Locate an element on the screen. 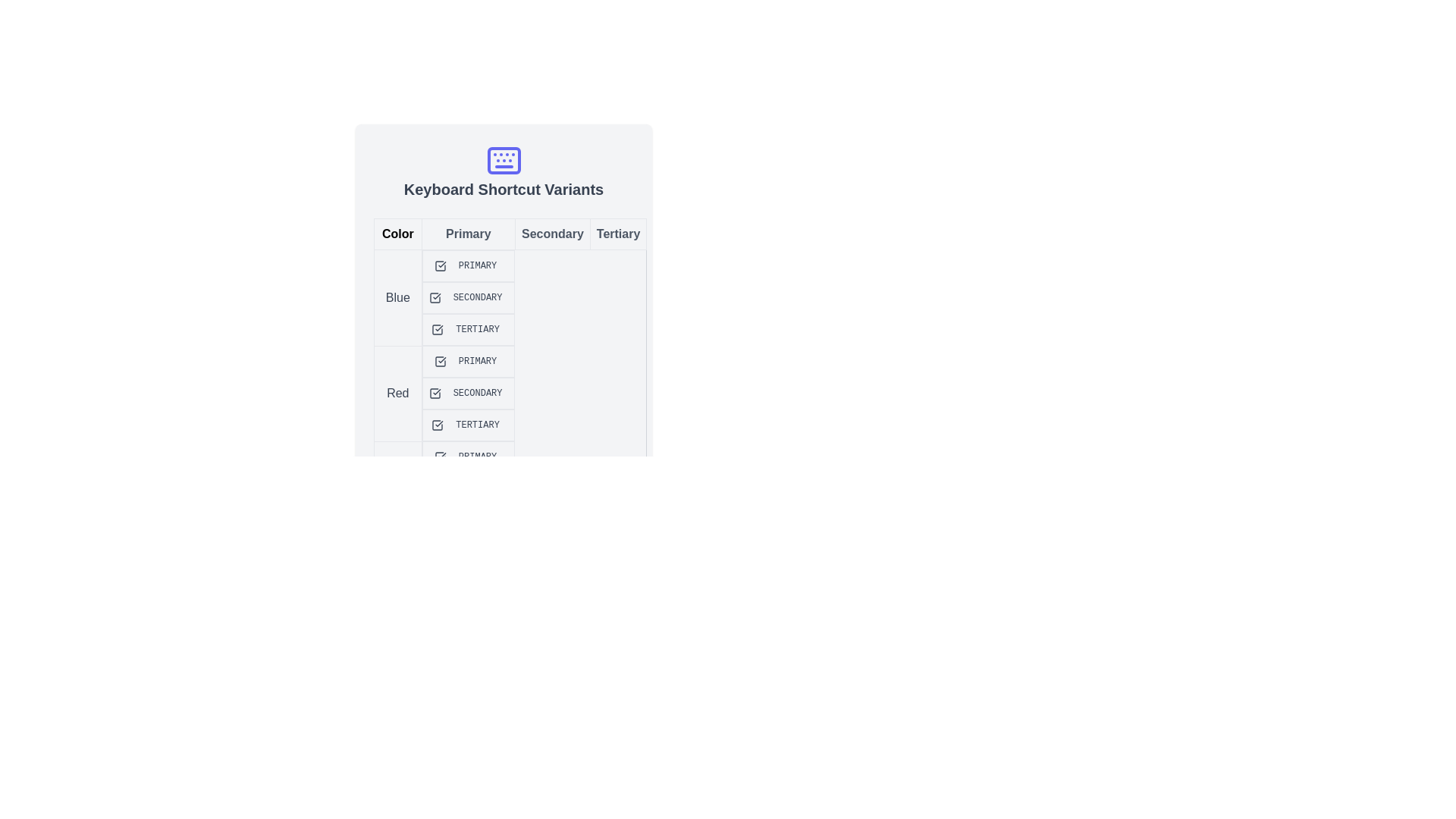  the icon associated with the 'Primary' label in the first cell of the 'Primary' column for the row labeled 'Blue' is located at coordinates (468, 265).